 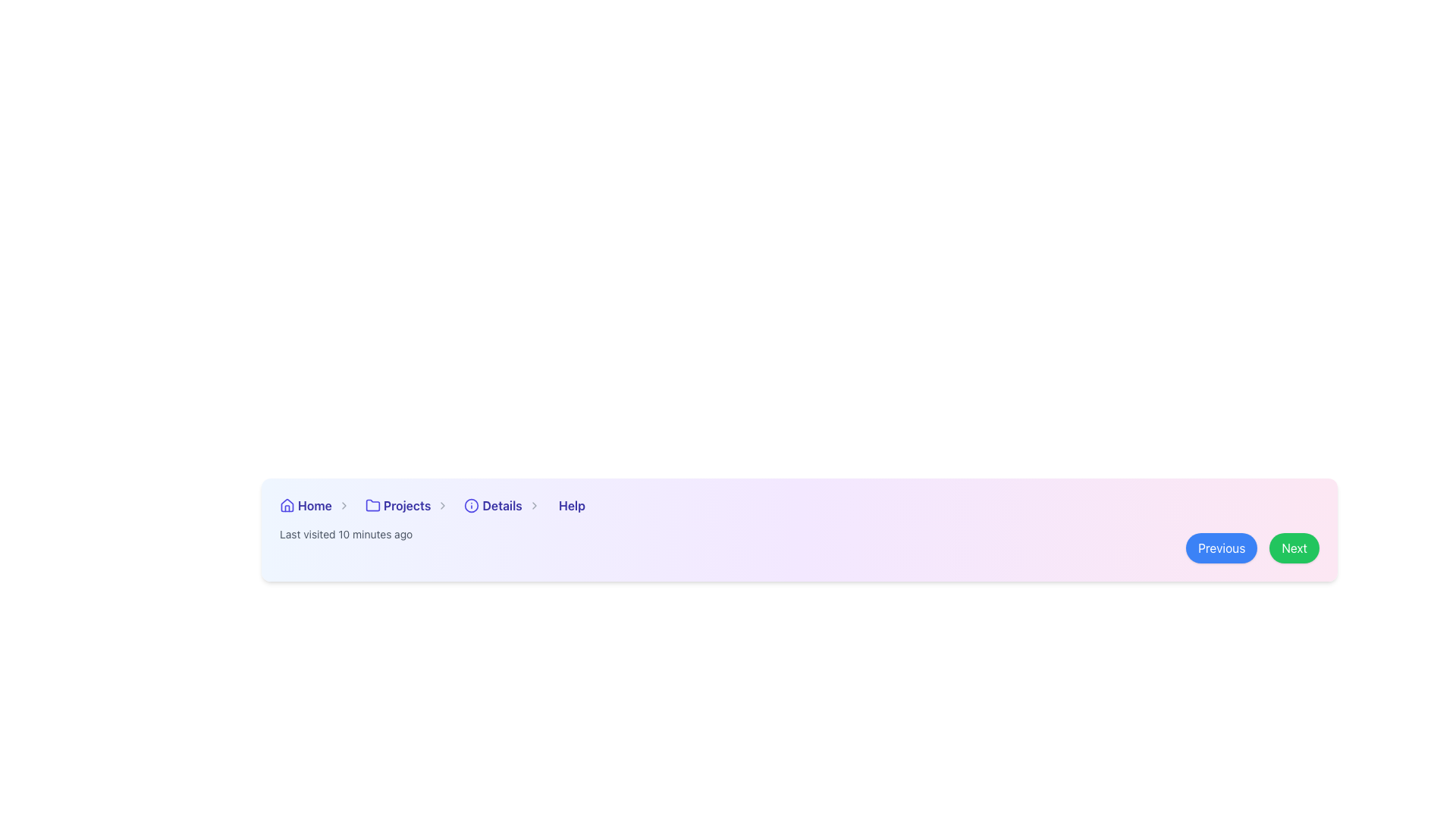 I want to click on the small folder icon with a purple outline located to the left of the text 'Projects' in the breadcrumb navigation bar, so click(x=372, y=506).